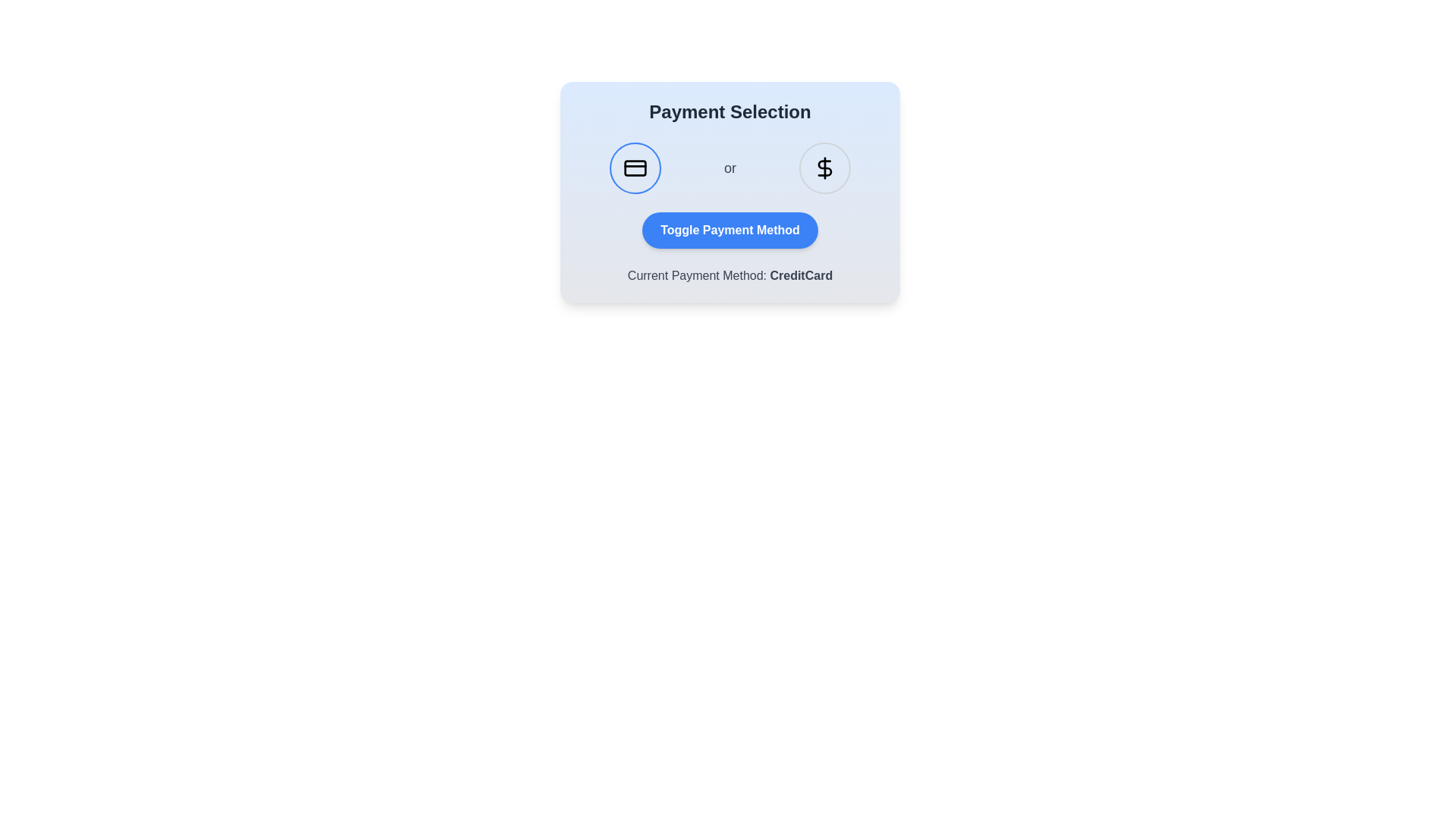 The height and width of the screenshot is (819, 1456). I want to click on the payment method toggle button located centrally below the payment method icons and above the current payment method text to switch between payment methods, so click(730, 231).